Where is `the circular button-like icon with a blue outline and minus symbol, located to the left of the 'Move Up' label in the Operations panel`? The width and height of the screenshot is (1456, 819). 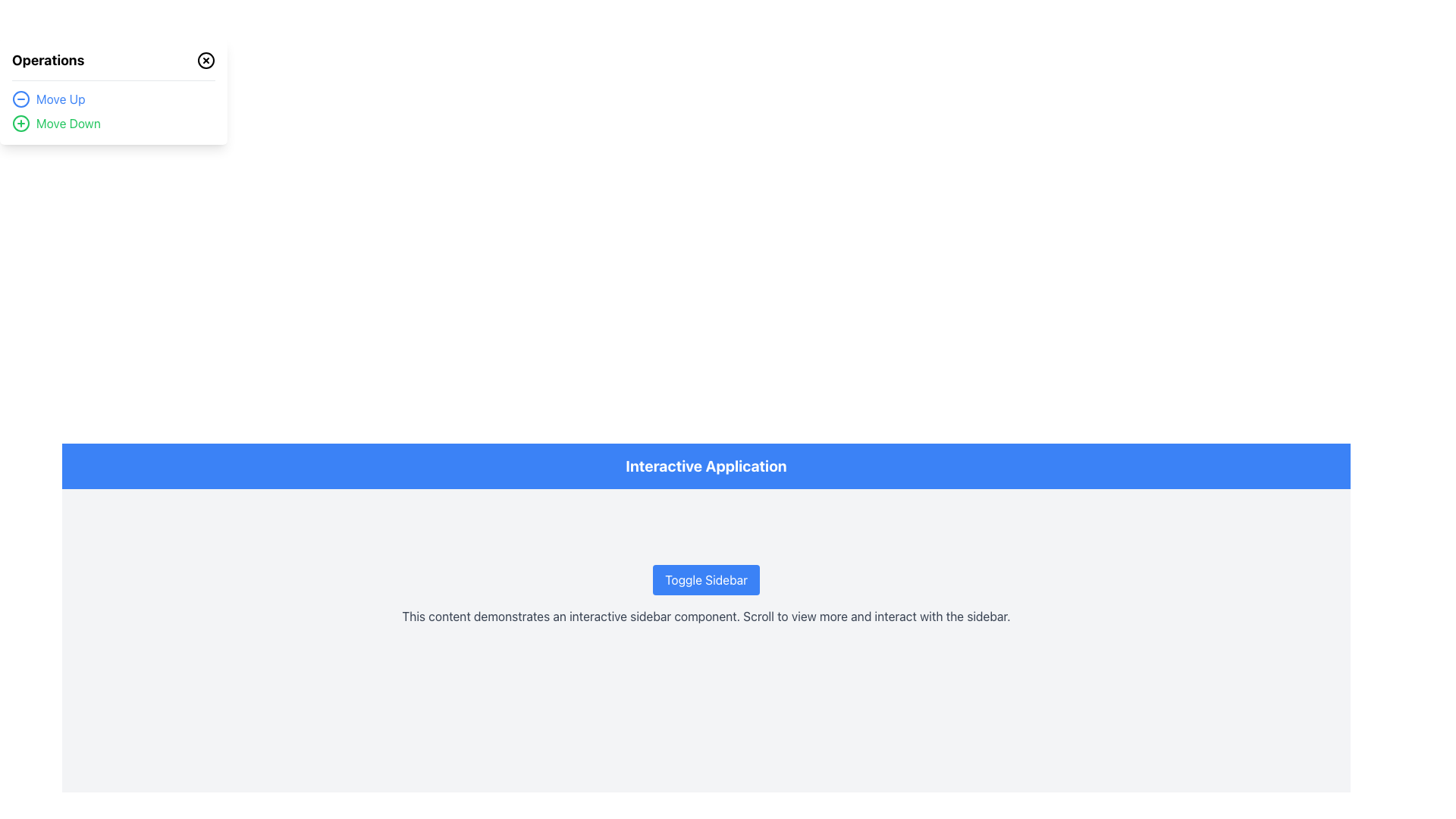 the circular button-like icon with a blue outline and minus symbol, located to the left of the 'Move Up' label in the Operations panel is located at coordinates (21, 99).